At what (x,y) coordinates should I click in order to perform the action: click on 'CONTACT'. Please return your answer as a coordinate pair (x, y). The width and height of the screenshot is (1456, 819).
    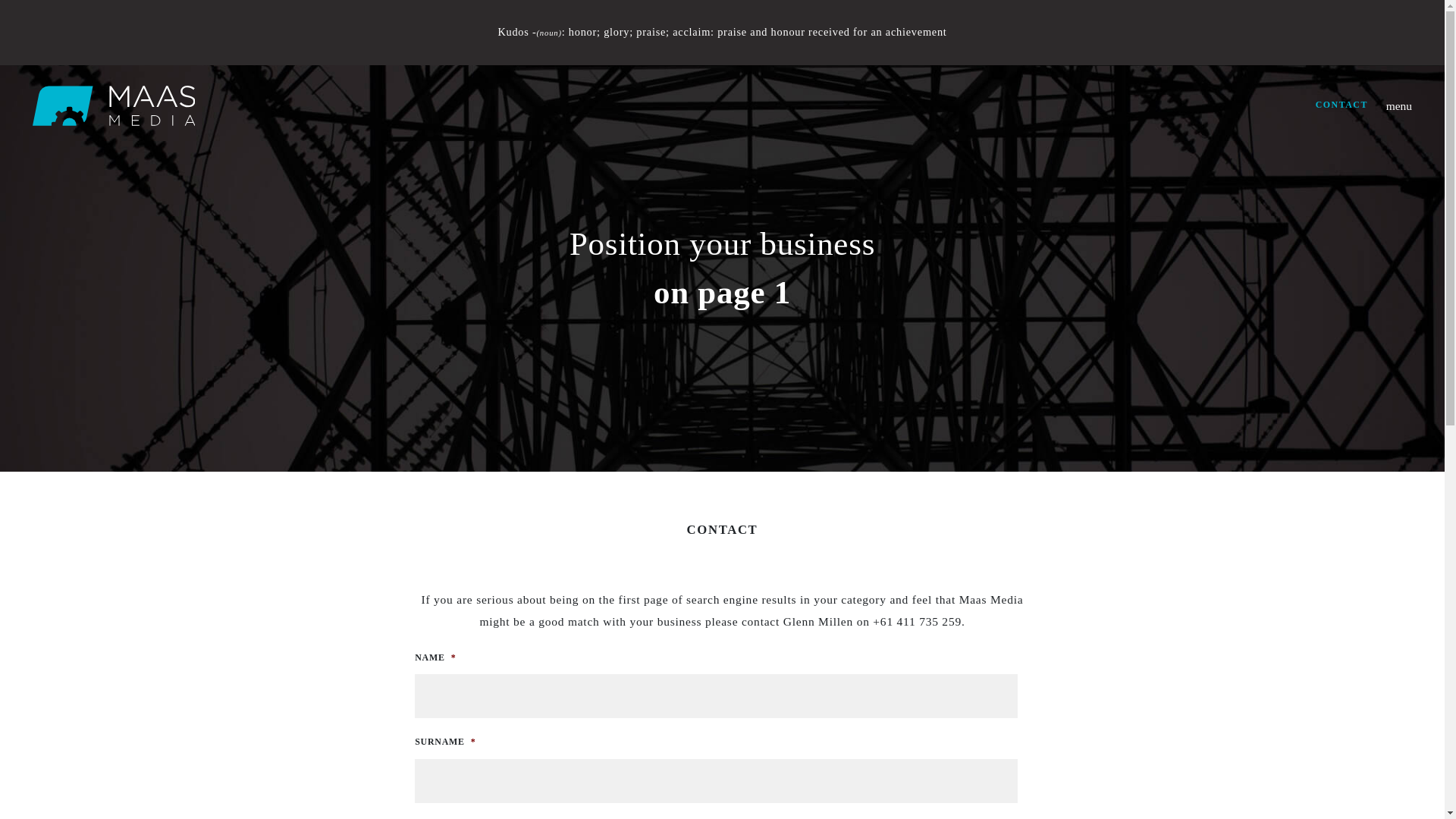
    Looking at the image, I should click on (1341, 104).